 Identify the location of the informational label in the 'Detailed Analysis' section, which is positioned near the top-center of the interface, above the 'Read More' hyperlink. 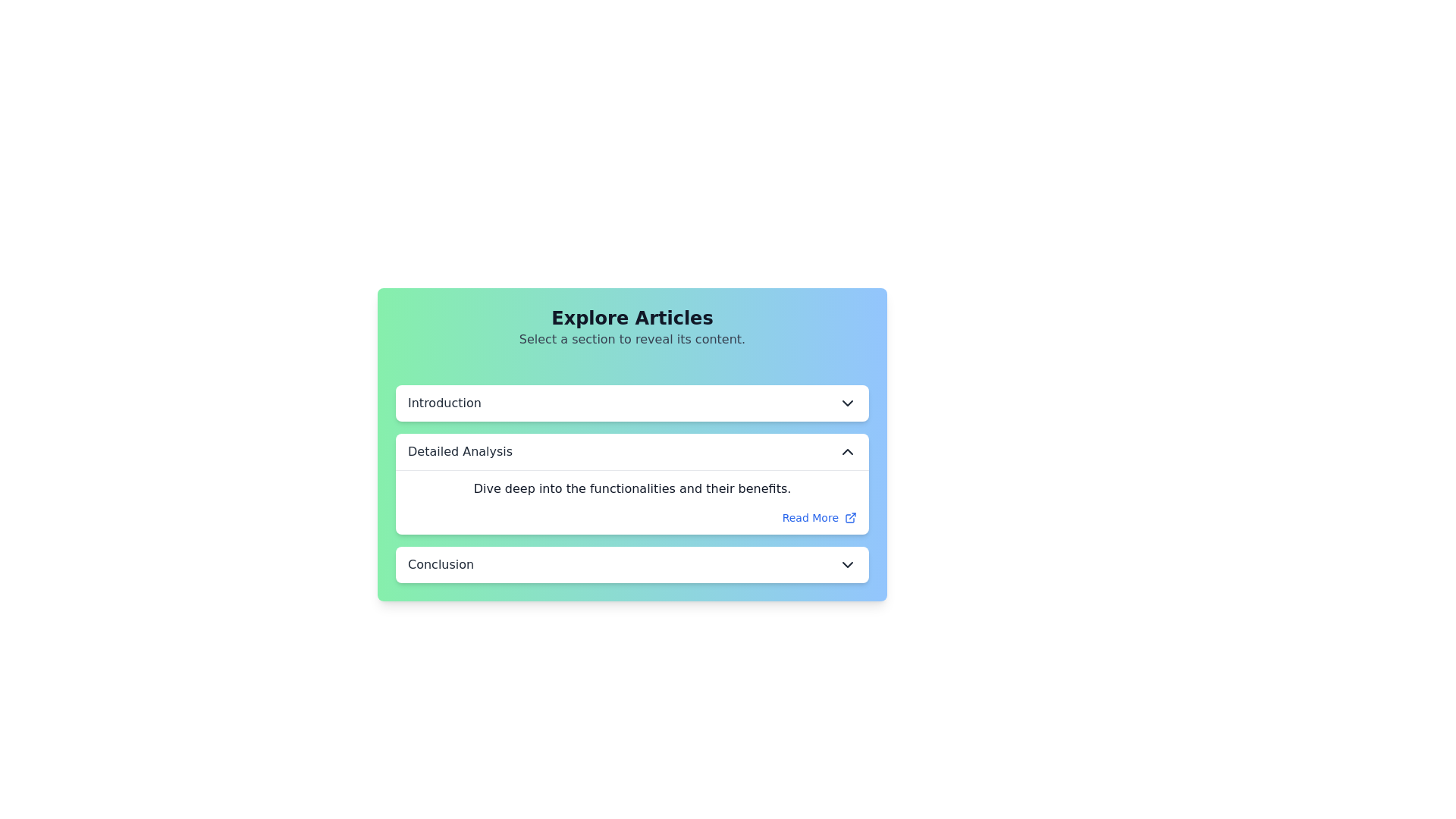
(632, 488).